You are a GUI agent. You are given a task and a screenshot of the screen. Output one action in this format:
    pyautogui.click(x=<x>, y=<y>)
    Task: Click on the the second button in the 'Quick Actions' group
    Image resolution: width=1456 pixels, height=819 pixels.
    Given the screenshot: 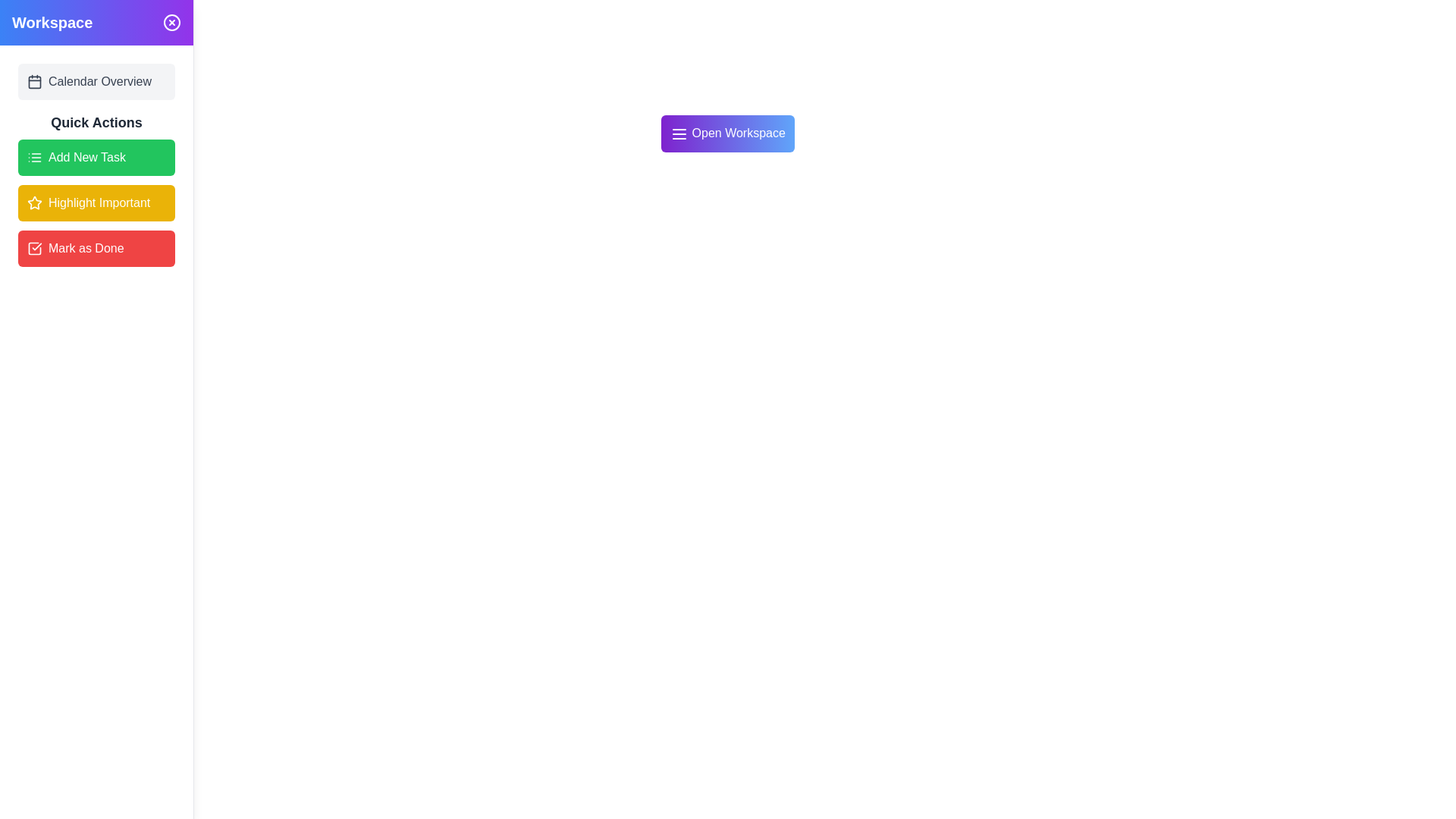 What is the action you would take?
    pyautogui.click(x=96, y=202)
    